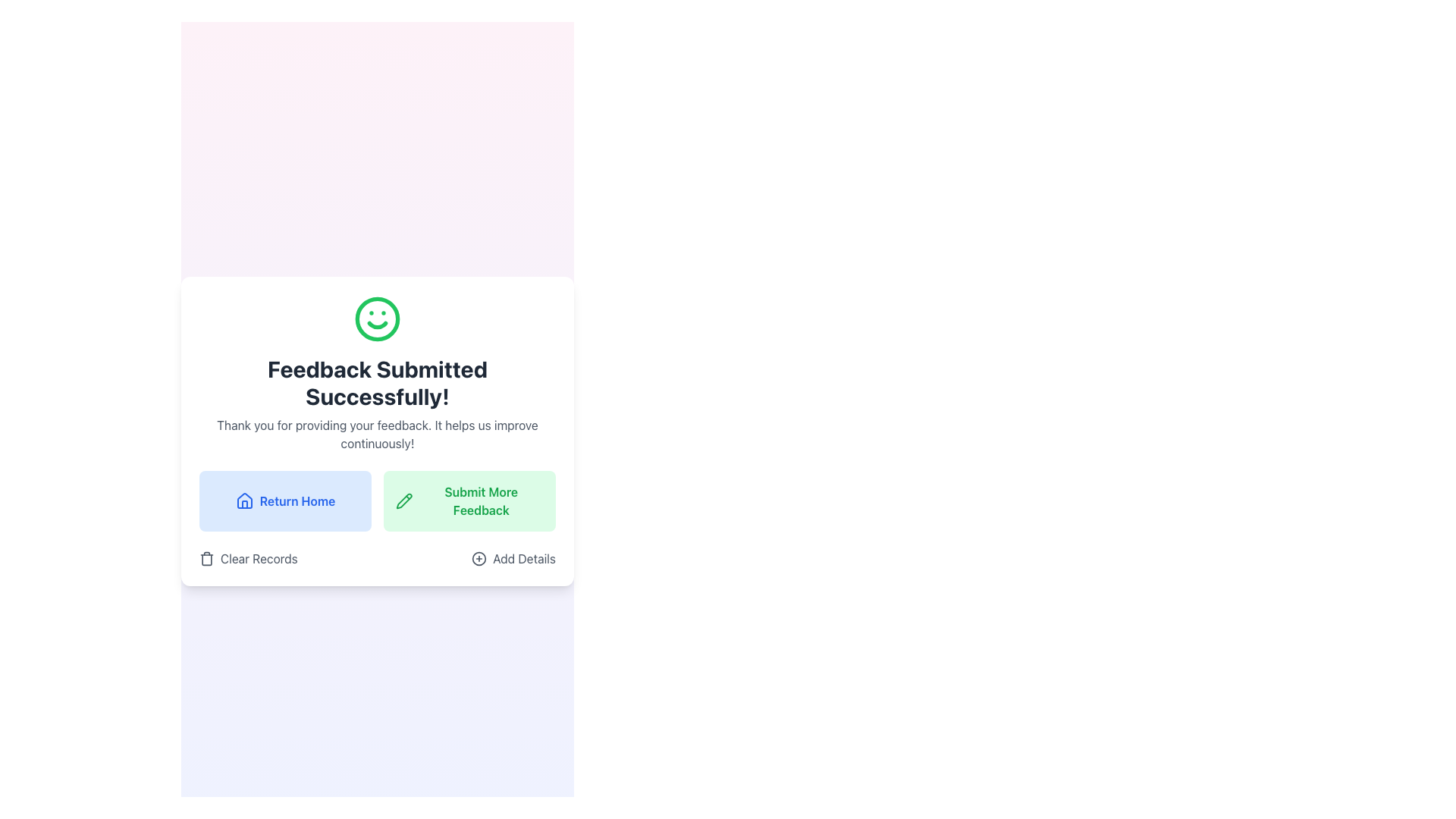 This screenshot has height=819, width=1456. I want to click on the outer circular boundary of the 'Add Details' circle-plus icon located at the bottom right corner of the success message panel, so click(479, 558).